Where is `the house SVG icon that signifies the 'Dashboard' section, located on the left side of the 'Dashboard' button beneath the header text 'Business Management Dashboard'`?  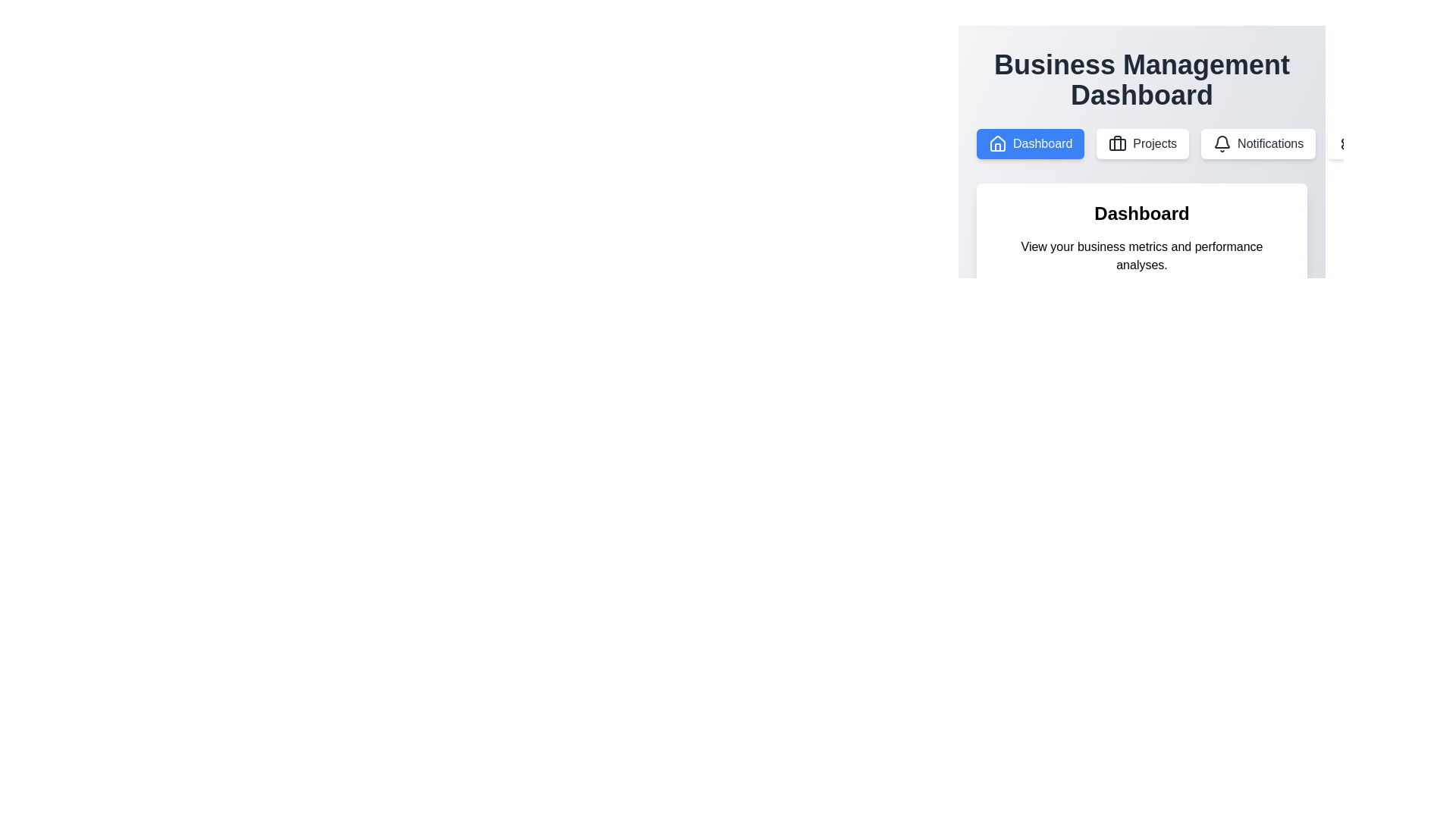
the house SVG icon that signifies the 'Dashboard' section, located on the left side of the 'Dashboard' button beneath the header text 'Business Management Dashboard' is located at coordinates (997, 143).